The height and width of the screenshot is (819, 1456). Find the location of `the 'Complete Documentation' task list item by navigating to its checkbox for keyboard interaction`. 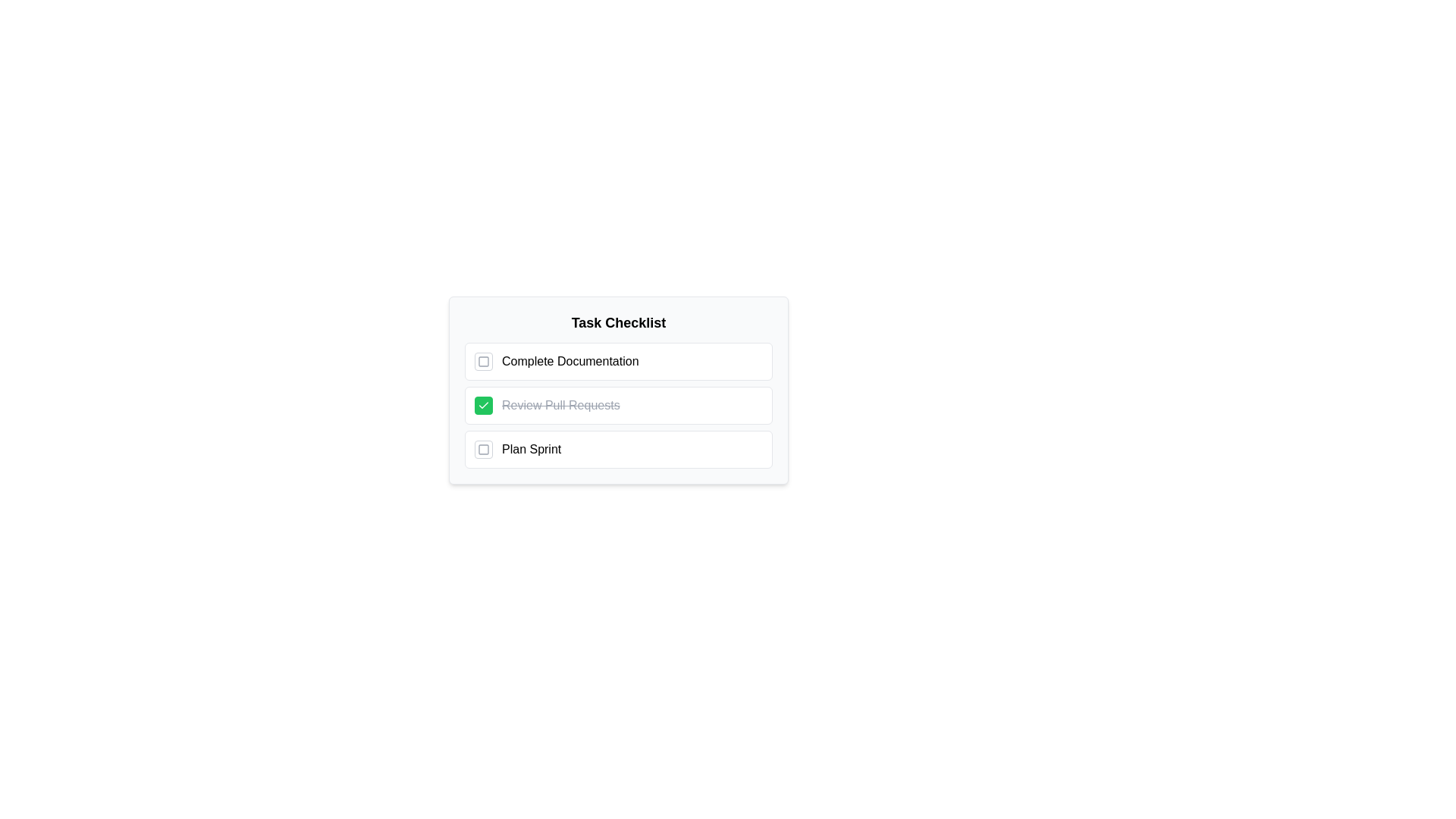

the 'Complete Documentation' task list item by navigating to its checkbox for keyboard interaction is located at coordinates (619, 362).